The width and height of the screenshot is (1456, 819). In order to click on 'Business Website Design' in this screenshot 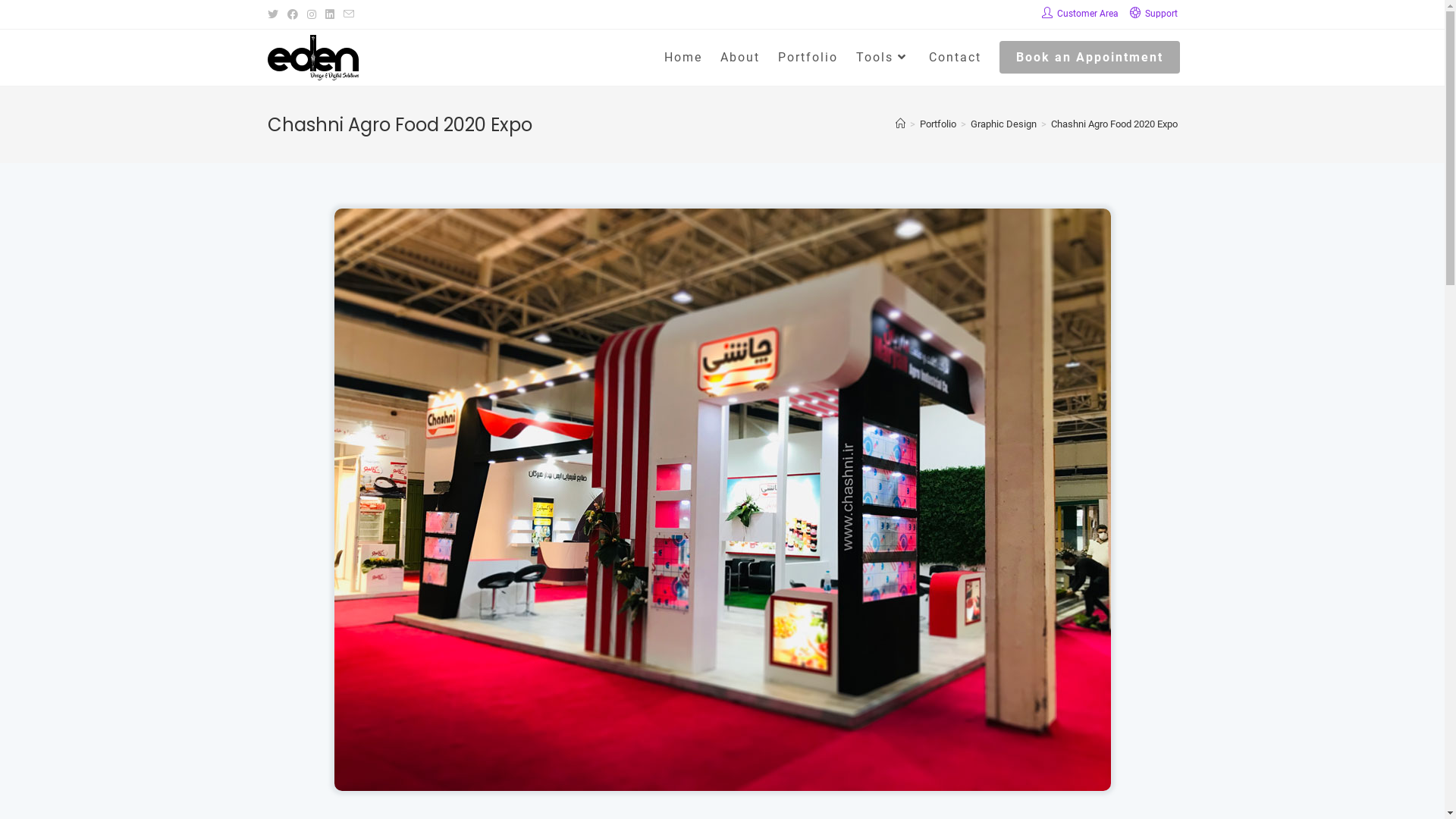, I will do `click(836, 540)`.